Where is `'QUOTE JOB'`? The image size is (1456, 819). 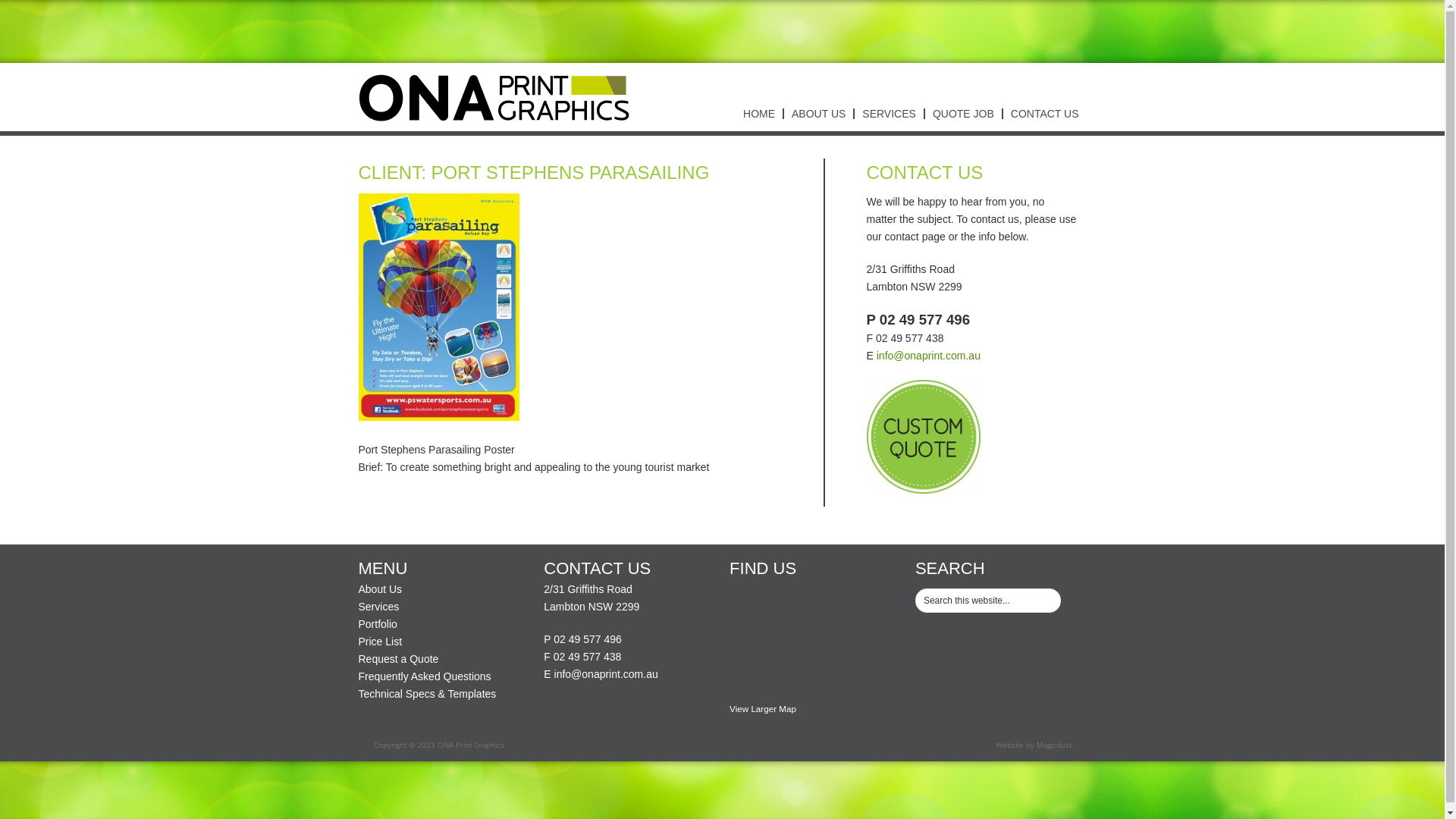 'QUOTE JOB' is located at coordinates (962, 113).